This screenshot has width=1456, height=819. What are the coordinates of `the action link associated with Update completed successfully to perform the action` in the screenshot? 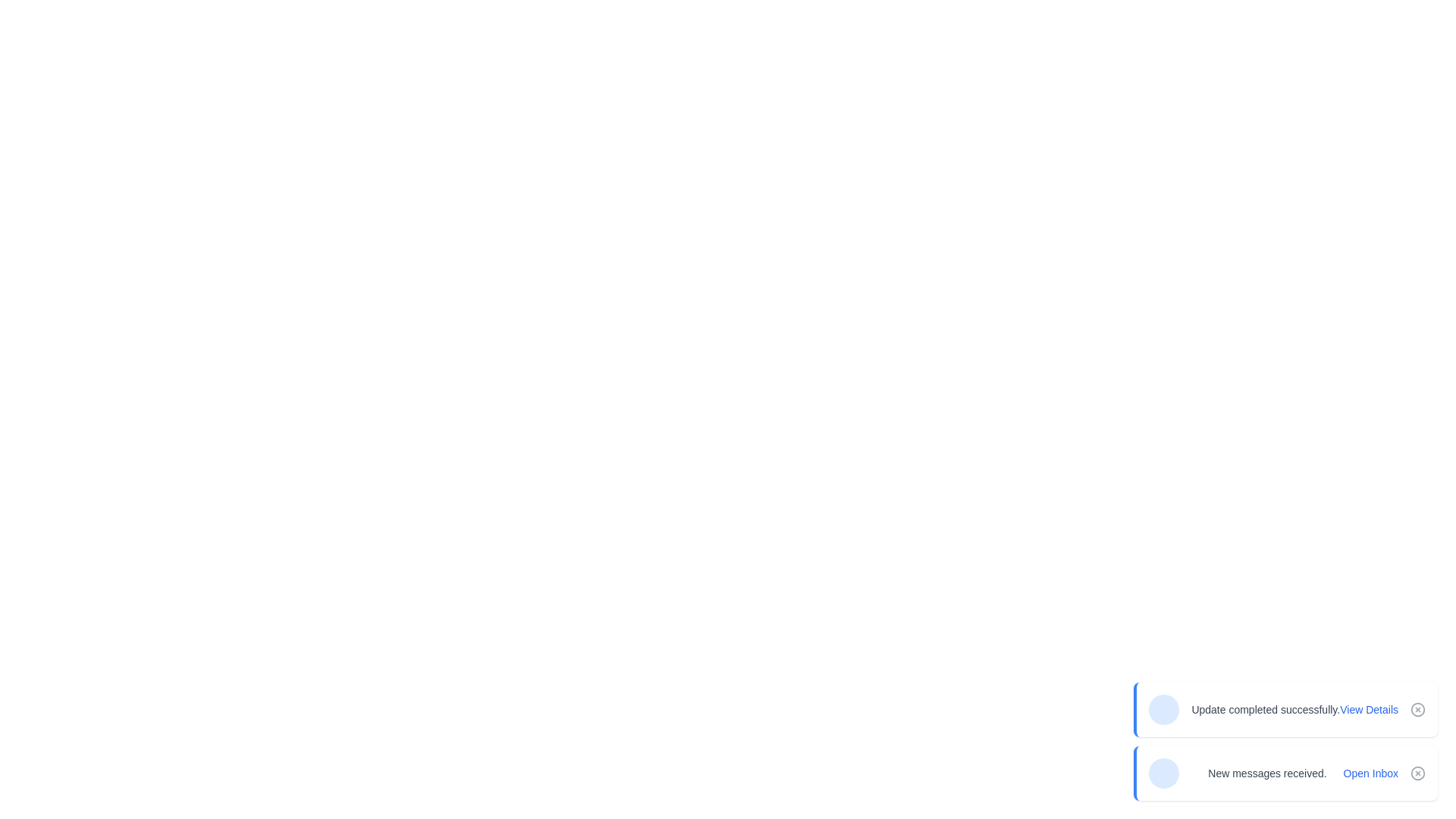 It's located at (1369, 710).